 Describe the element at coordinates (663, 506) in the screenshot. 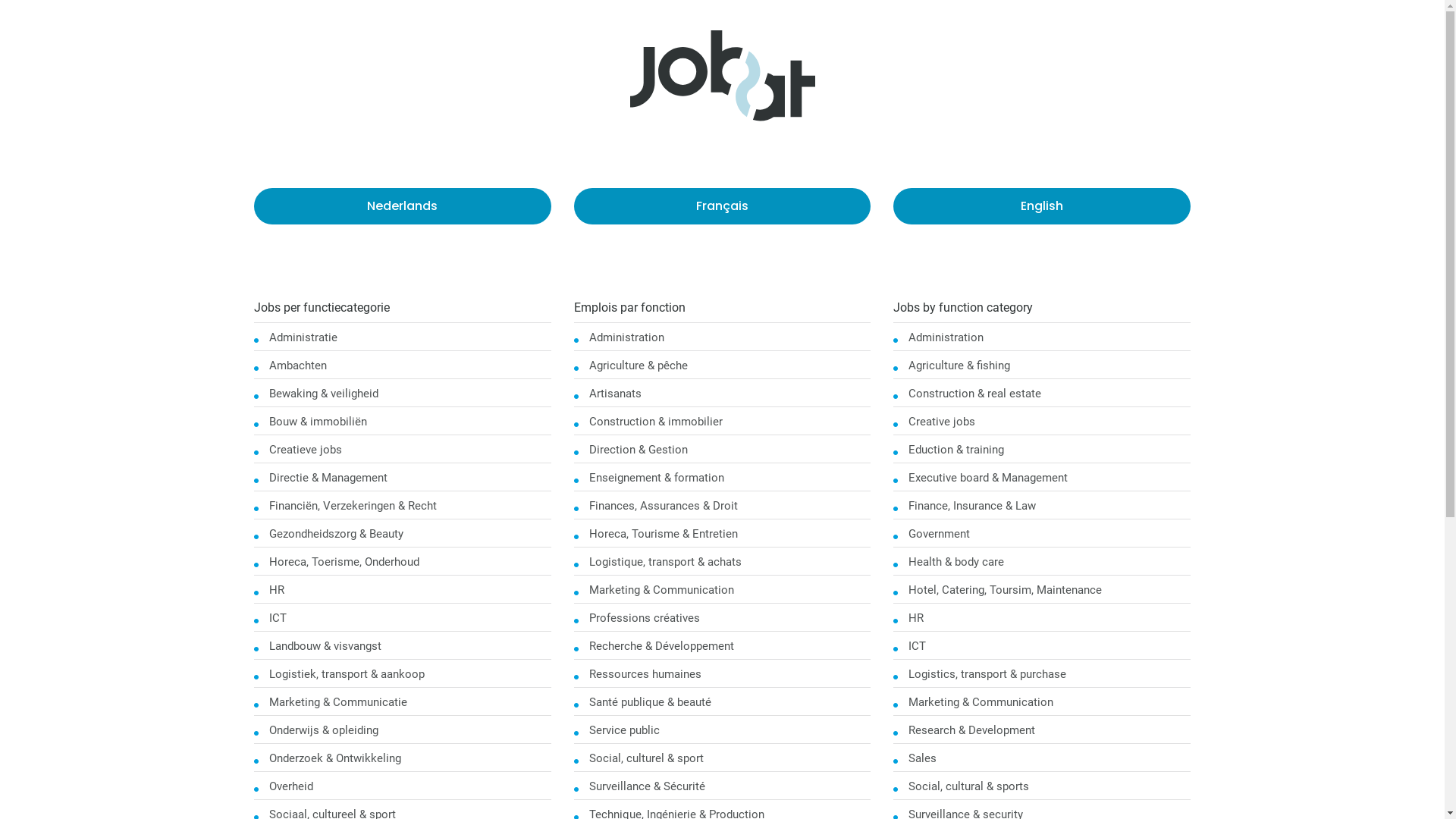

I see `'Finances, Assurances & Droit'` at that location.